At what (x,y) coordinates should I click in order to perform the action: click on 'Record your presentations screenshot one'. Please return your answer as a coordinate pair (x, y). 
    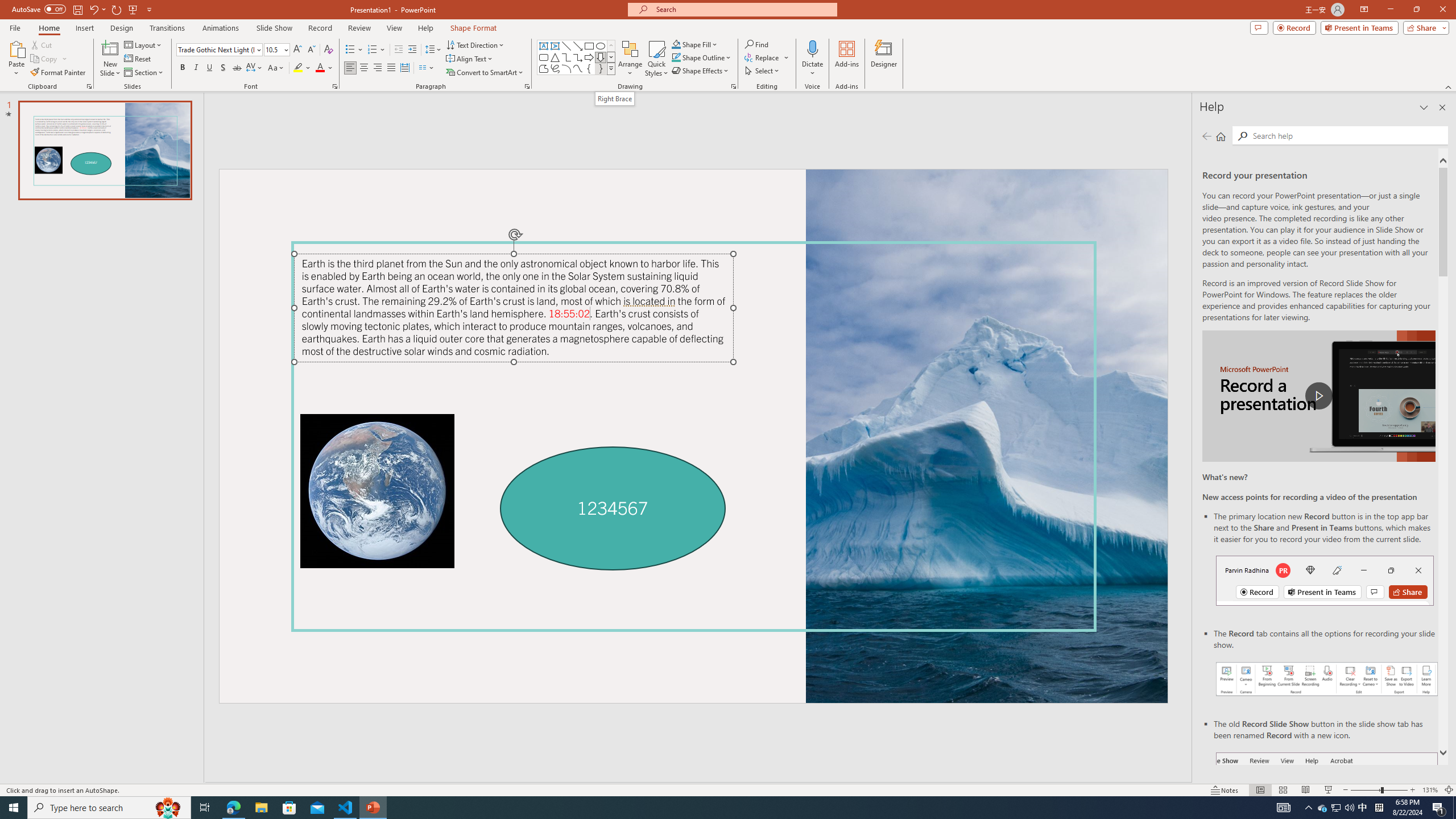
    Looking at the image, I should click on (1326, 678).